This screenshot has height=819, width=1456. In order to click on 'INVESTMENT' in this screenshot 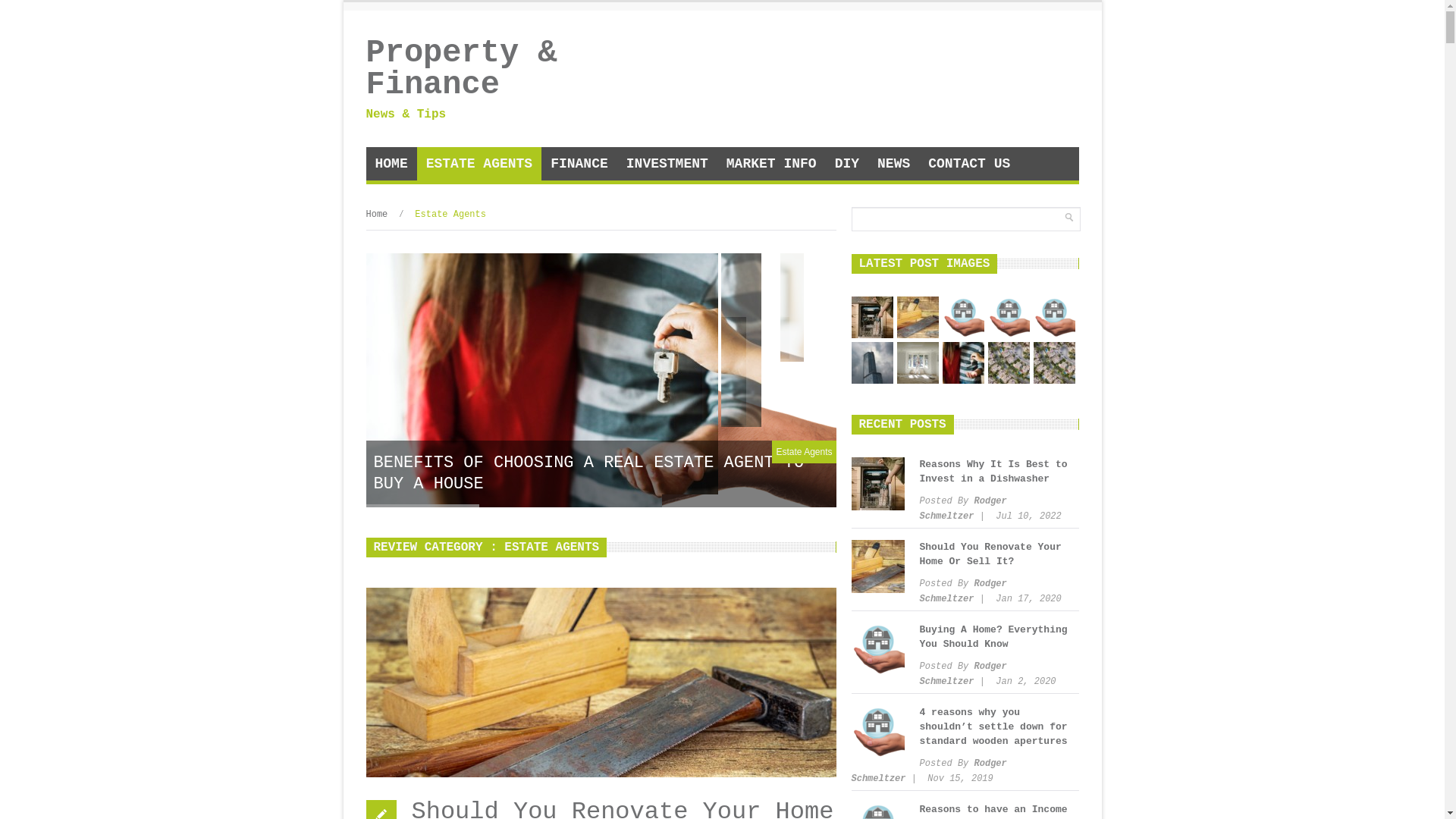, I will do `click(667, 164)`.